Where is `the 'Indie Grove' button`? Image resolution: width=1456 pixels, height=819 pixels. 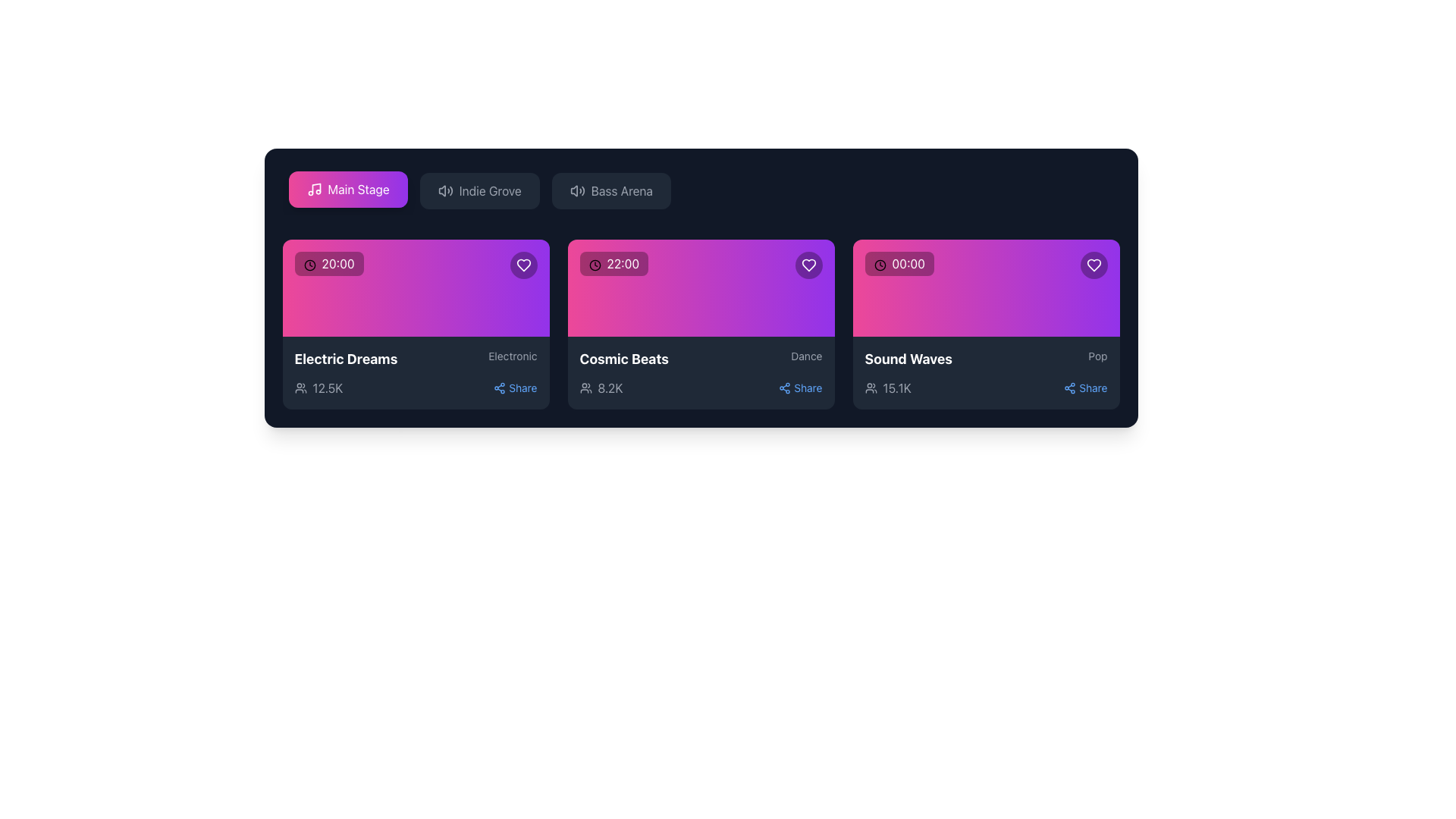
the 'Indie Grove' button is located at coordinates (479, 190).